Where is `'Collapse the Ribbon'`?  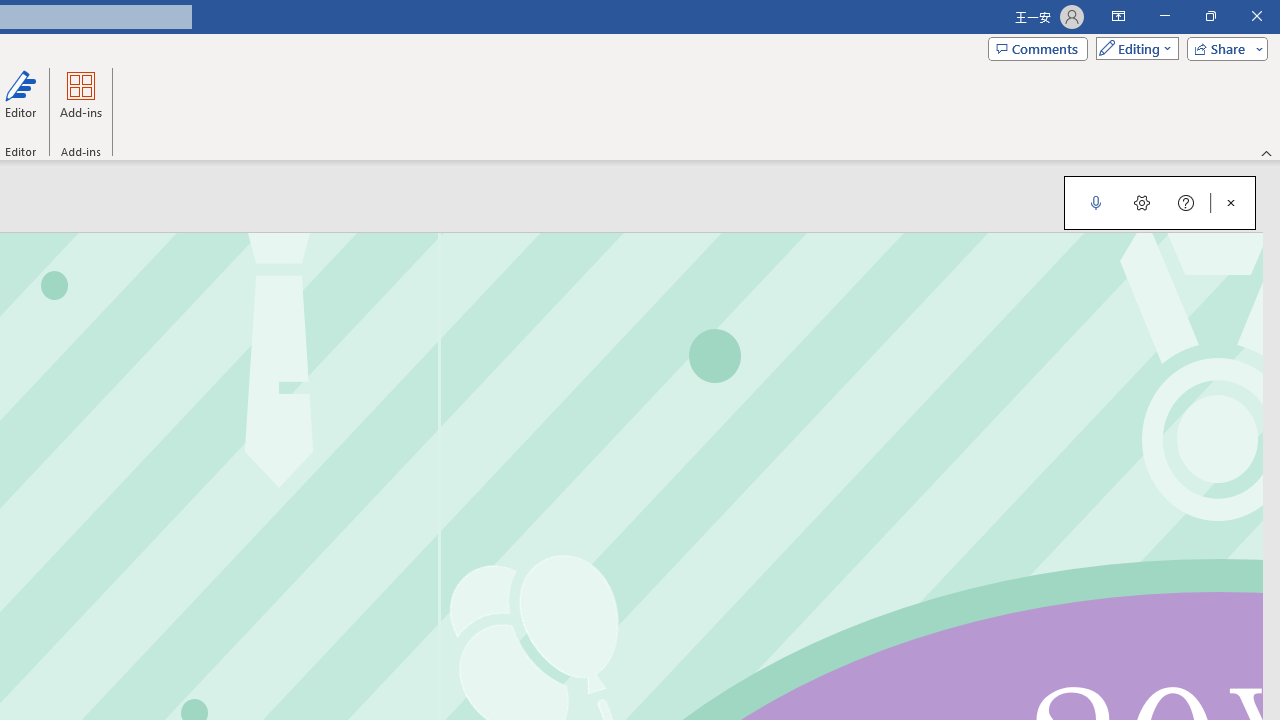
'Collapse the Ribbon' is located at coordinates (1266, 152).